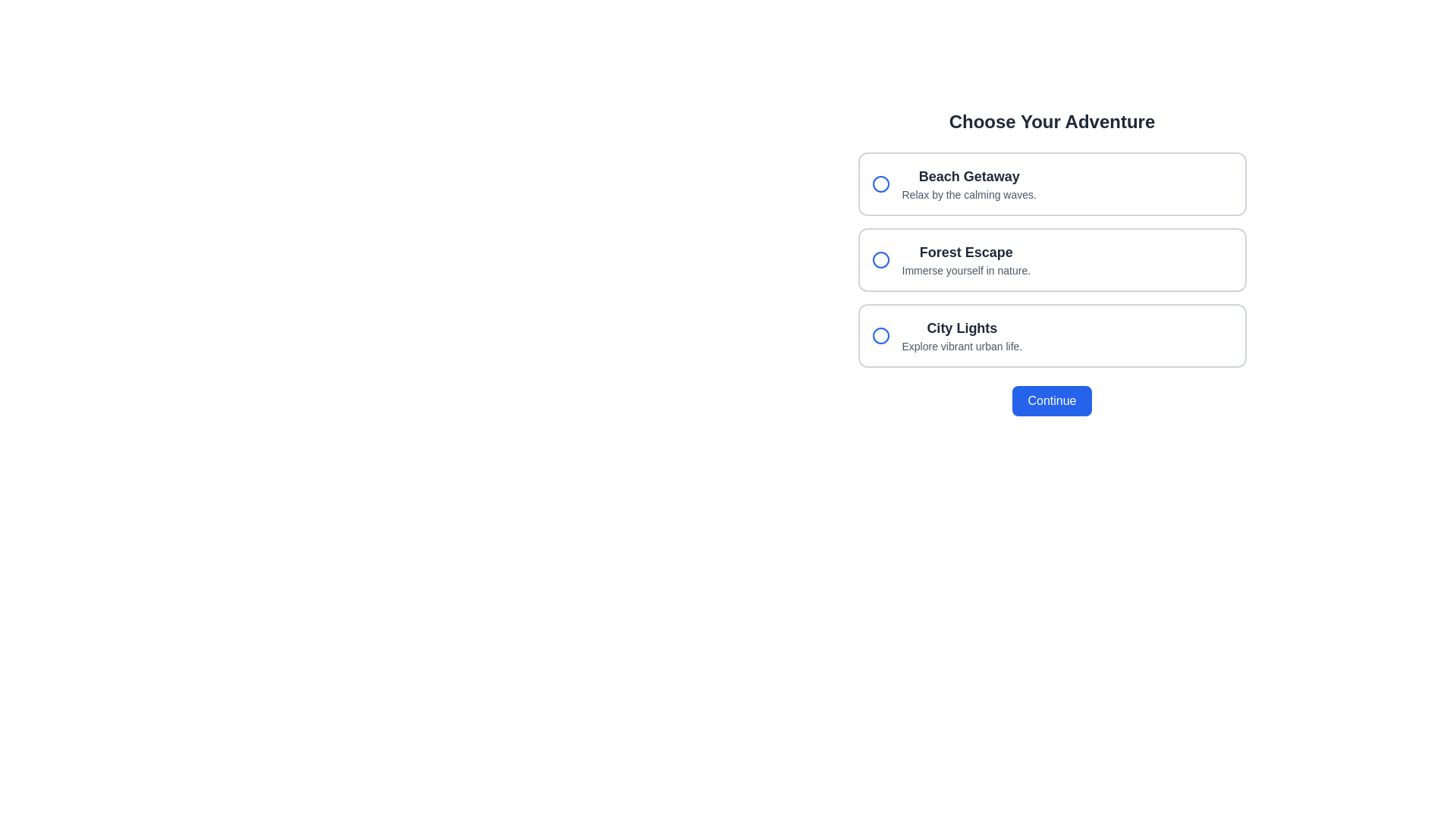 The width and height of the screenshot is (1456, 819). What do you see at coordinates (1051, 121) in the screenshot?
I see `heading text 'Choose Your Adventure' which is styled with a larger font size and bold weight, centered at the top of the interface` at bounding box center [1051, 121].